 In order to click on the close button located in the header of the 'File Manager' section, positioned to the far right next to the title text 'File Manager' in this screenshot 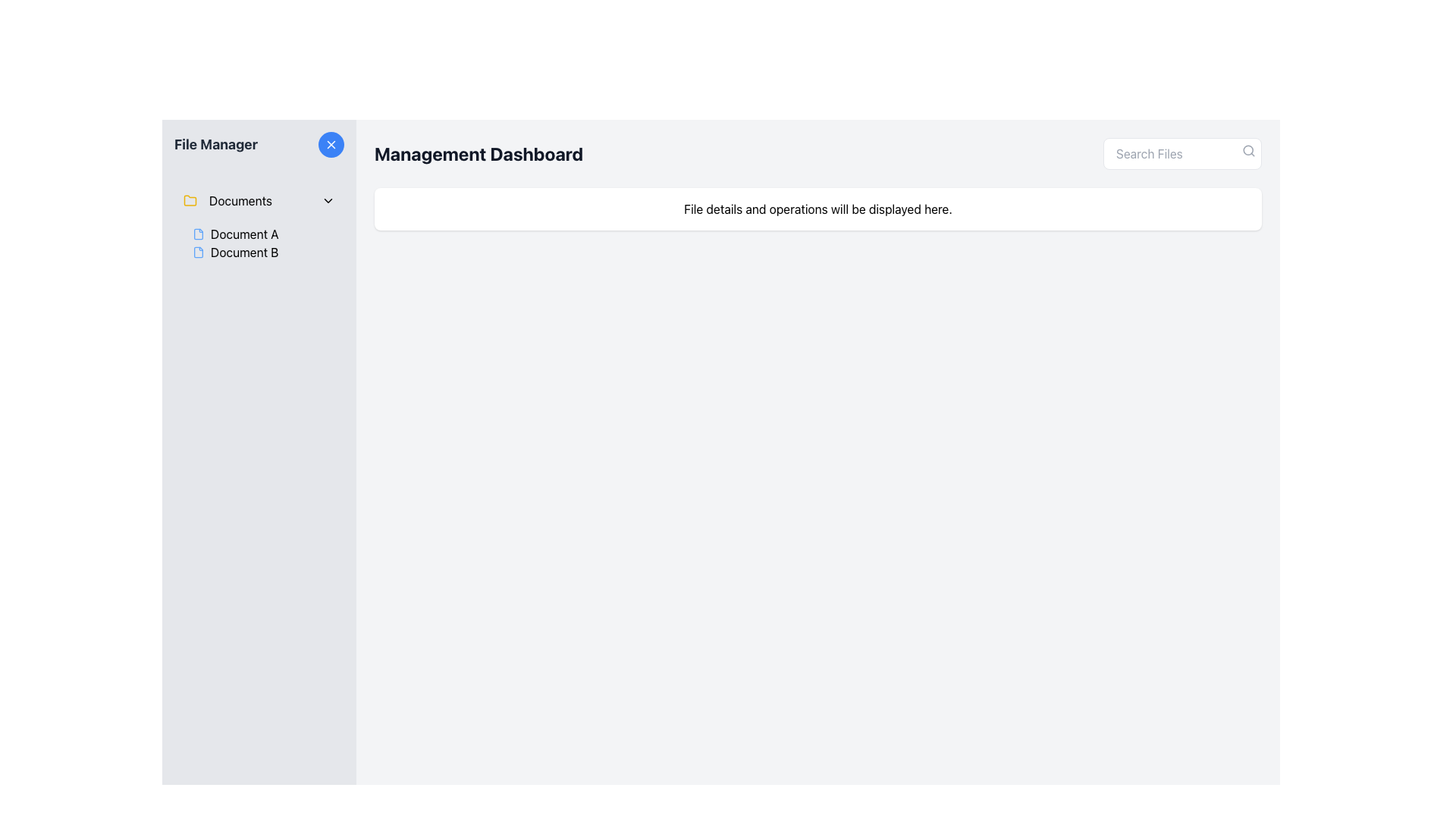, I will do `click(330, 145)`.